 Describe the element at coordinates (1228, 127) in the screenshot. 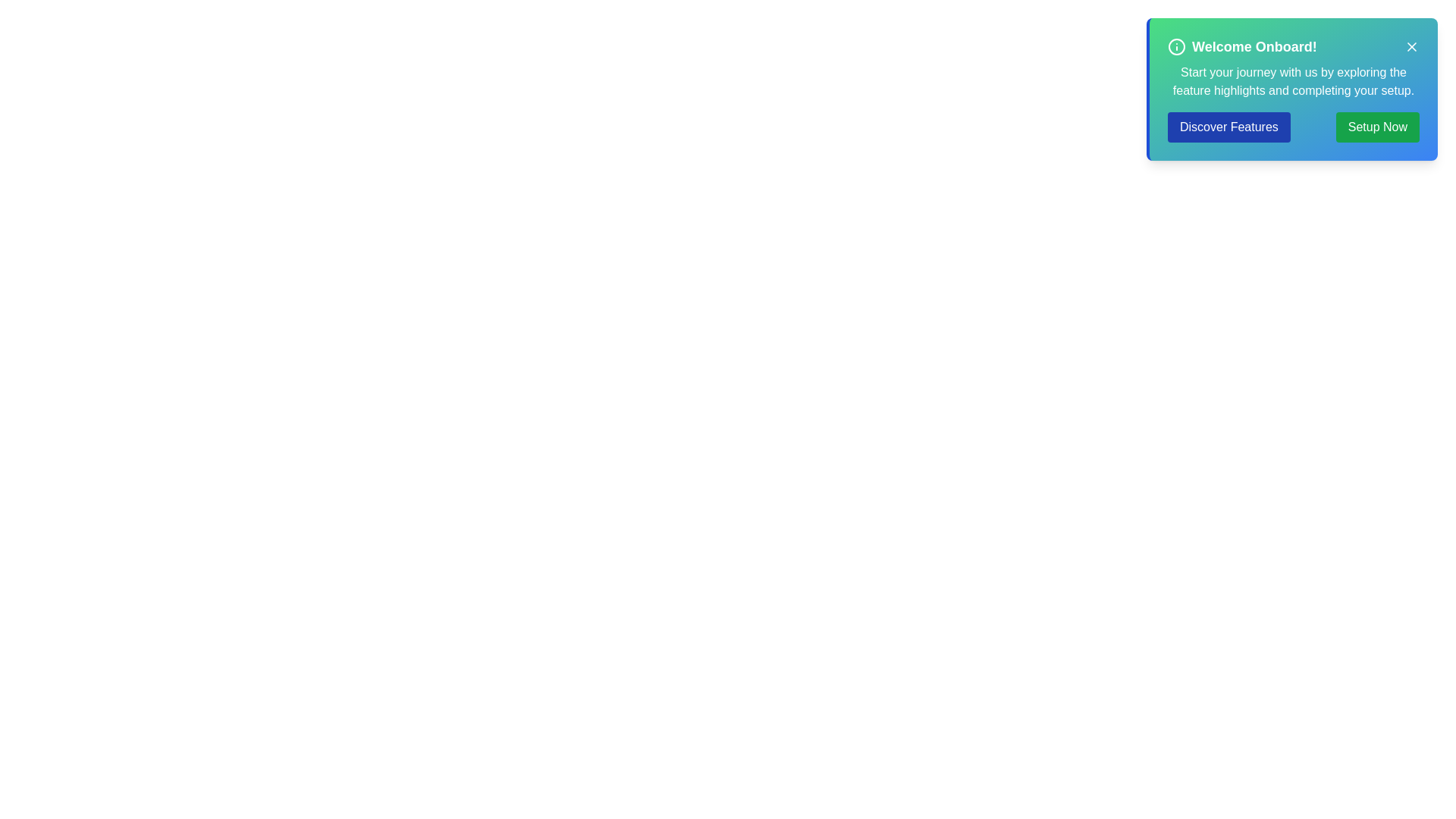

I see `the 'Discover Features' button to explore the feature highlights` at that location.